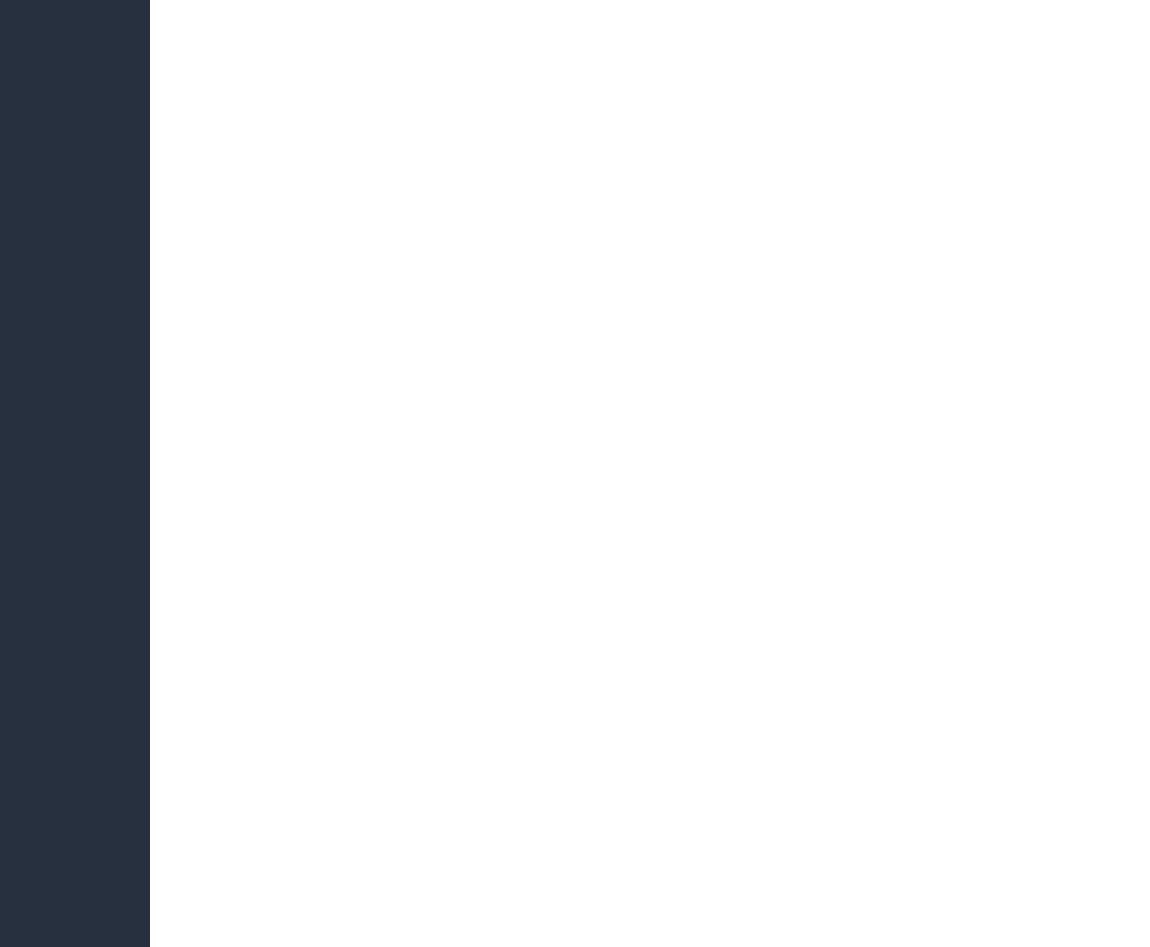 The image size is (1150, 947). Describe the element at coordinates (470, 174) in the screenshot. I see `'Nato's Russia-deterrent force 'fully operational''` at that location.